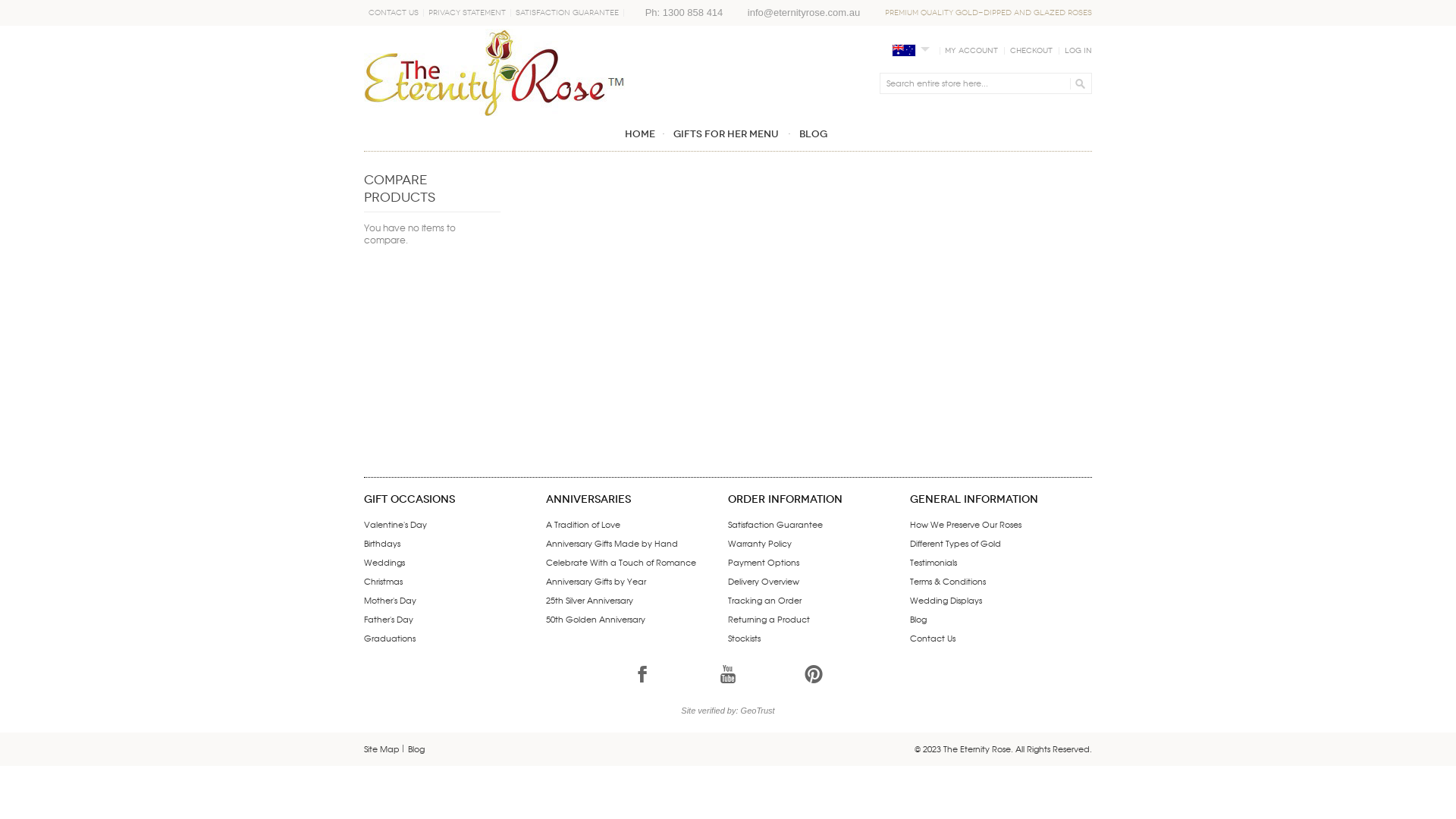 This screenshot has height=819, width=1456. What do you see at coordinates (760, 542) in the screenshot?
I see `'Warranty Policy'` at bounding box center [760, 542].